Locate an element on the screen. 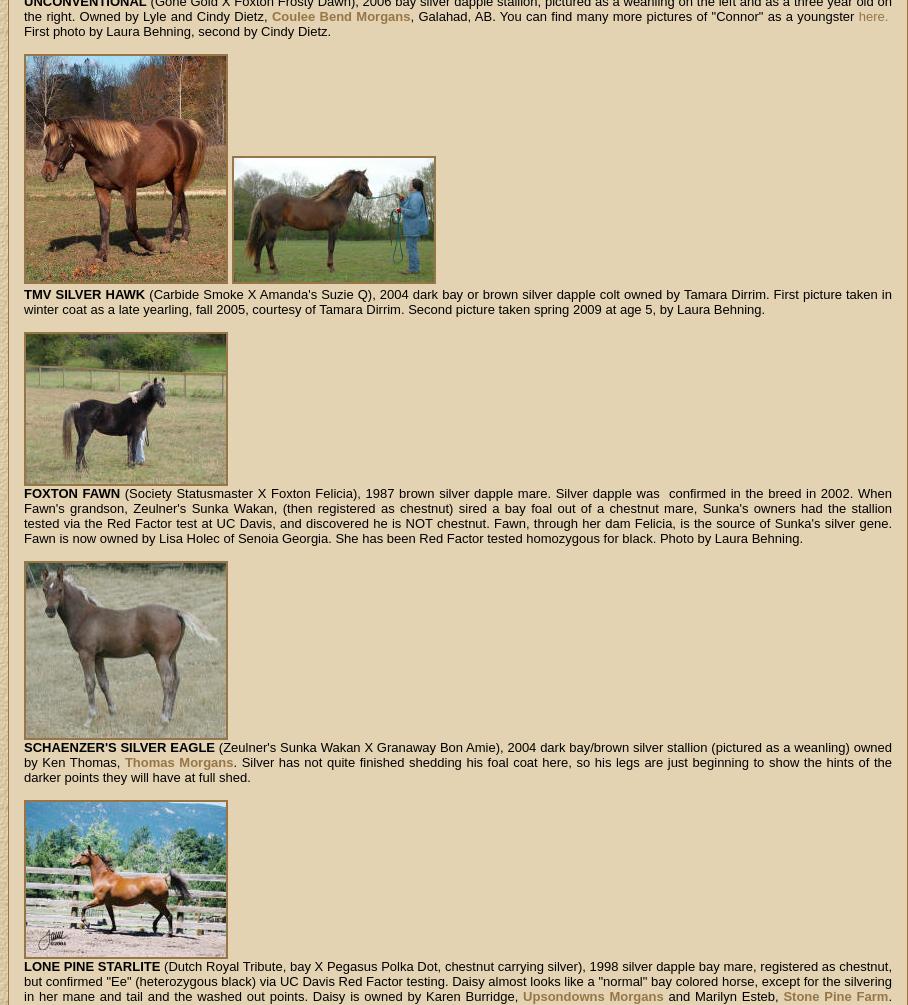  '. Silver has not quite finished shedding his foal coat here, so his legs are just beginning to show the hints of the darker points they will have at full shed.' is located at coordinates (456, 770).